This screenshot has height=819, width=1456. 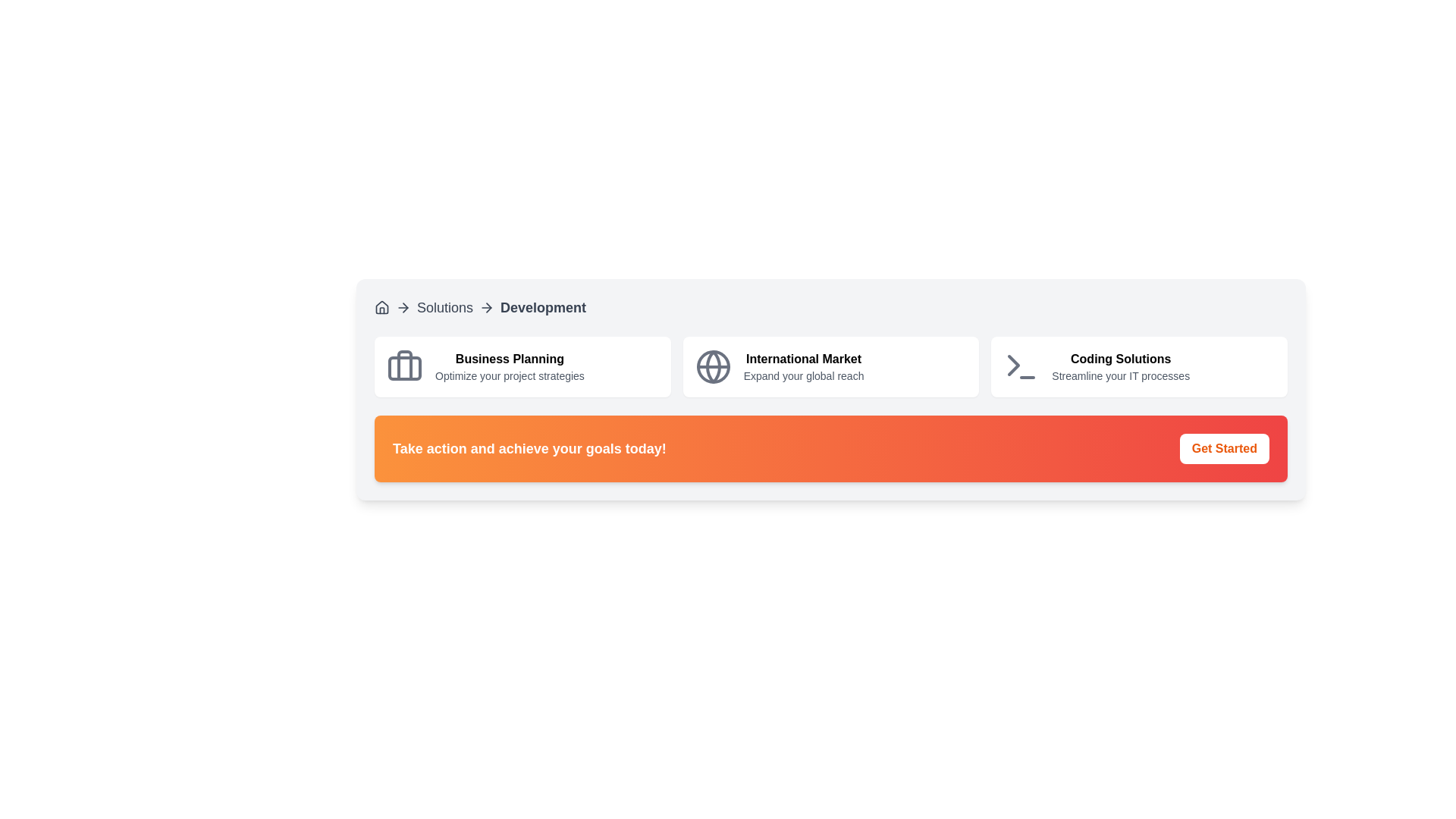 I want to click on information displayed on the Card component titled 'International Market', which includes a globe icon and two lines of text: 'International Market' in bold and 'Expand your global reach' in smaller gray text, so click(x=830, y=366).